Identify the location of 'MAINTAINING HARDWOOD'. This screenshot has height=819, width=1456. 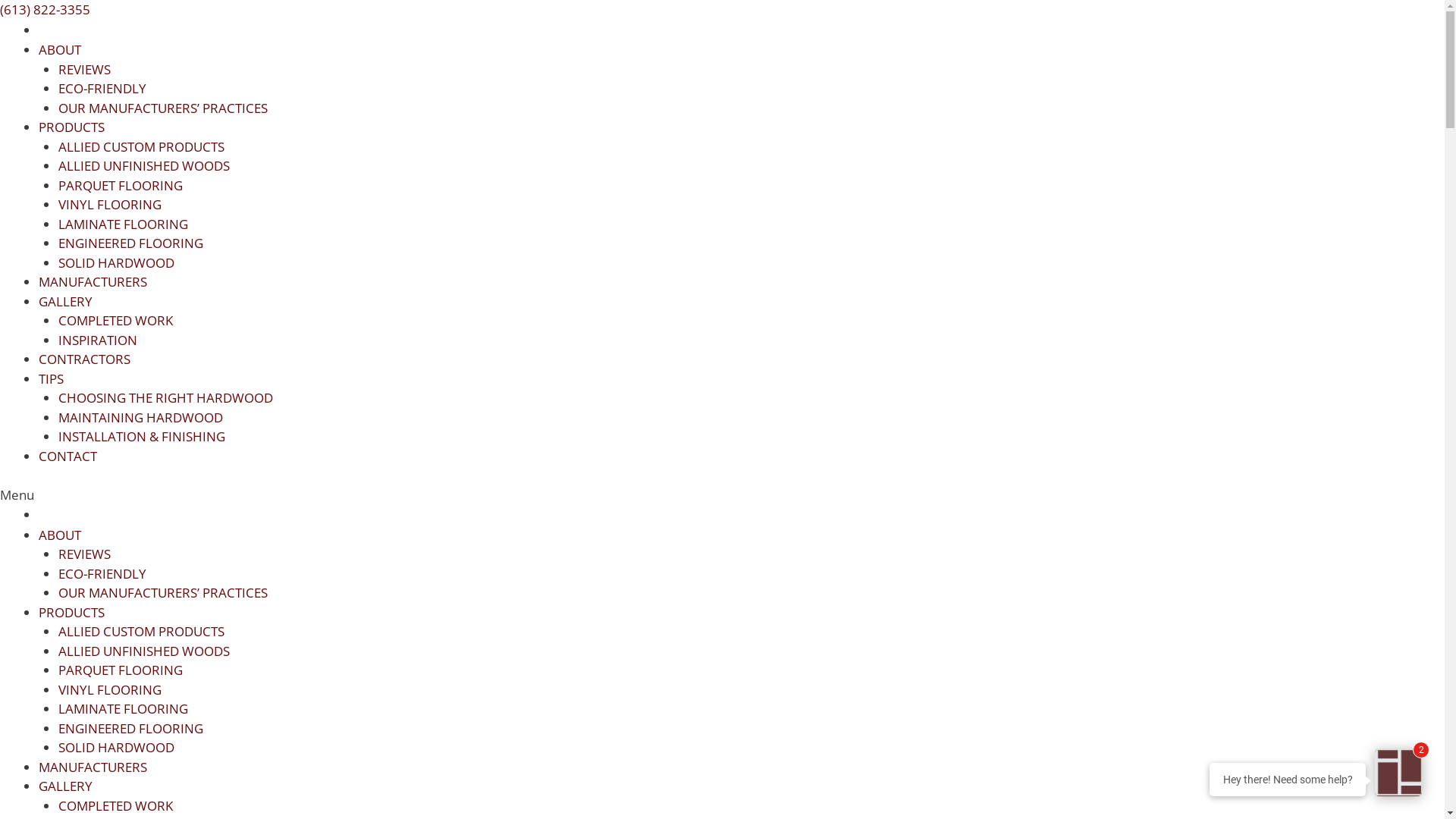
(140, 416).